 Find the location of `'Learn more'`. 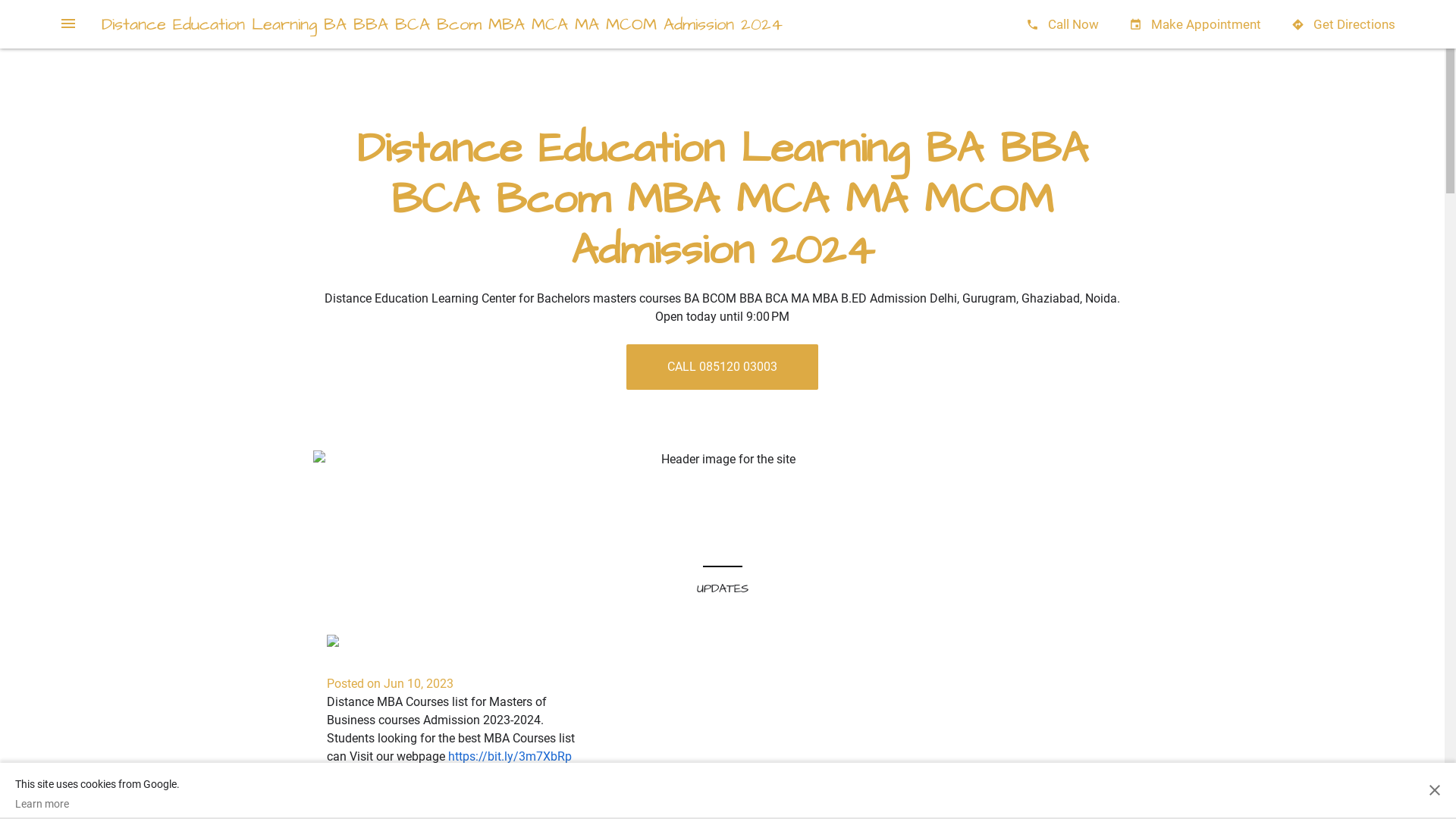

'Learn more' is located at coordinates (96, 803).